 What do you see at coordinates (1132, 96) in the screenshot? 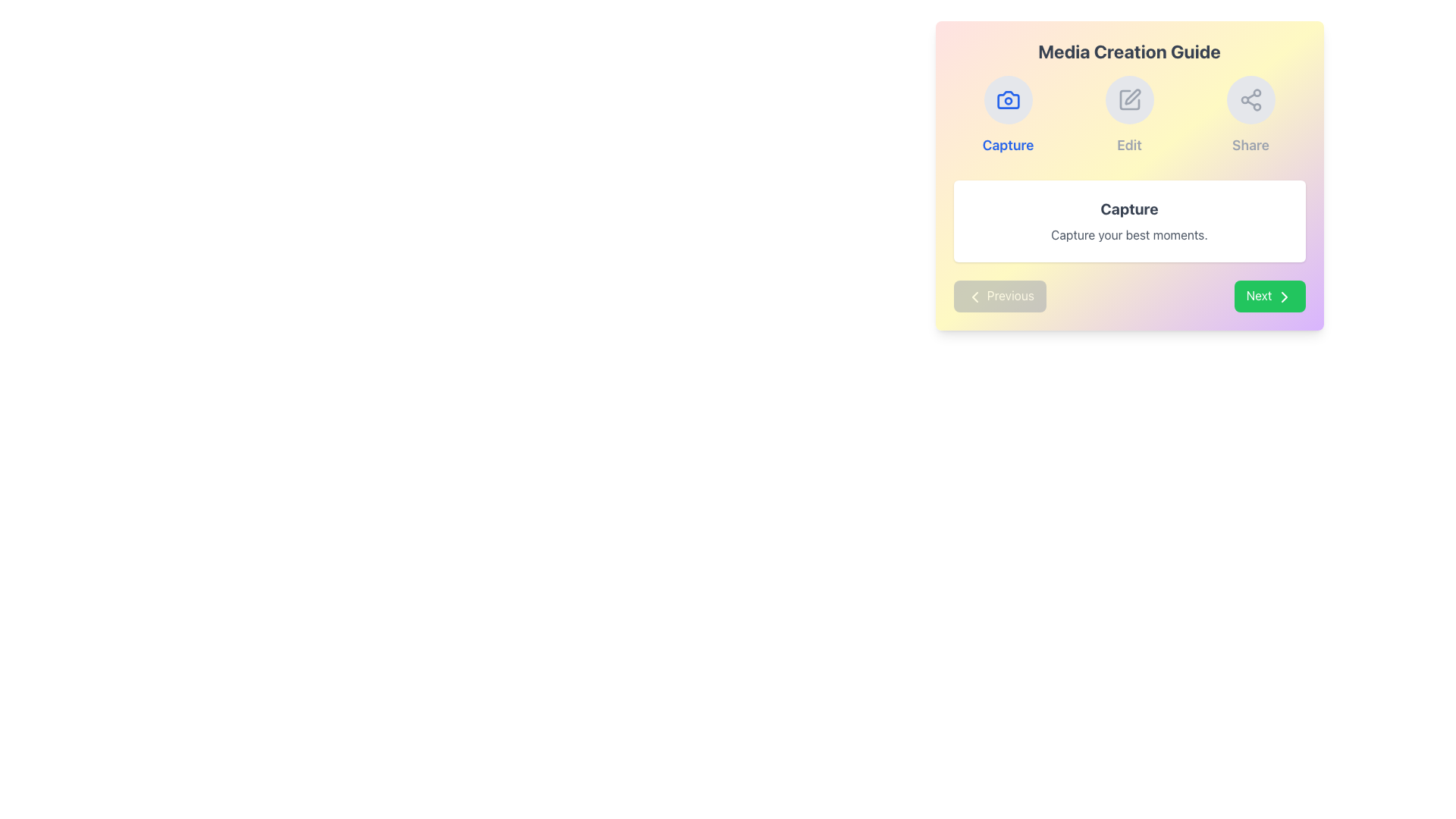
I see `the pen-shaped editing tool icon located centrally within the second circular button at the upper-center area of the interface` at bounding box center [1132, 96].